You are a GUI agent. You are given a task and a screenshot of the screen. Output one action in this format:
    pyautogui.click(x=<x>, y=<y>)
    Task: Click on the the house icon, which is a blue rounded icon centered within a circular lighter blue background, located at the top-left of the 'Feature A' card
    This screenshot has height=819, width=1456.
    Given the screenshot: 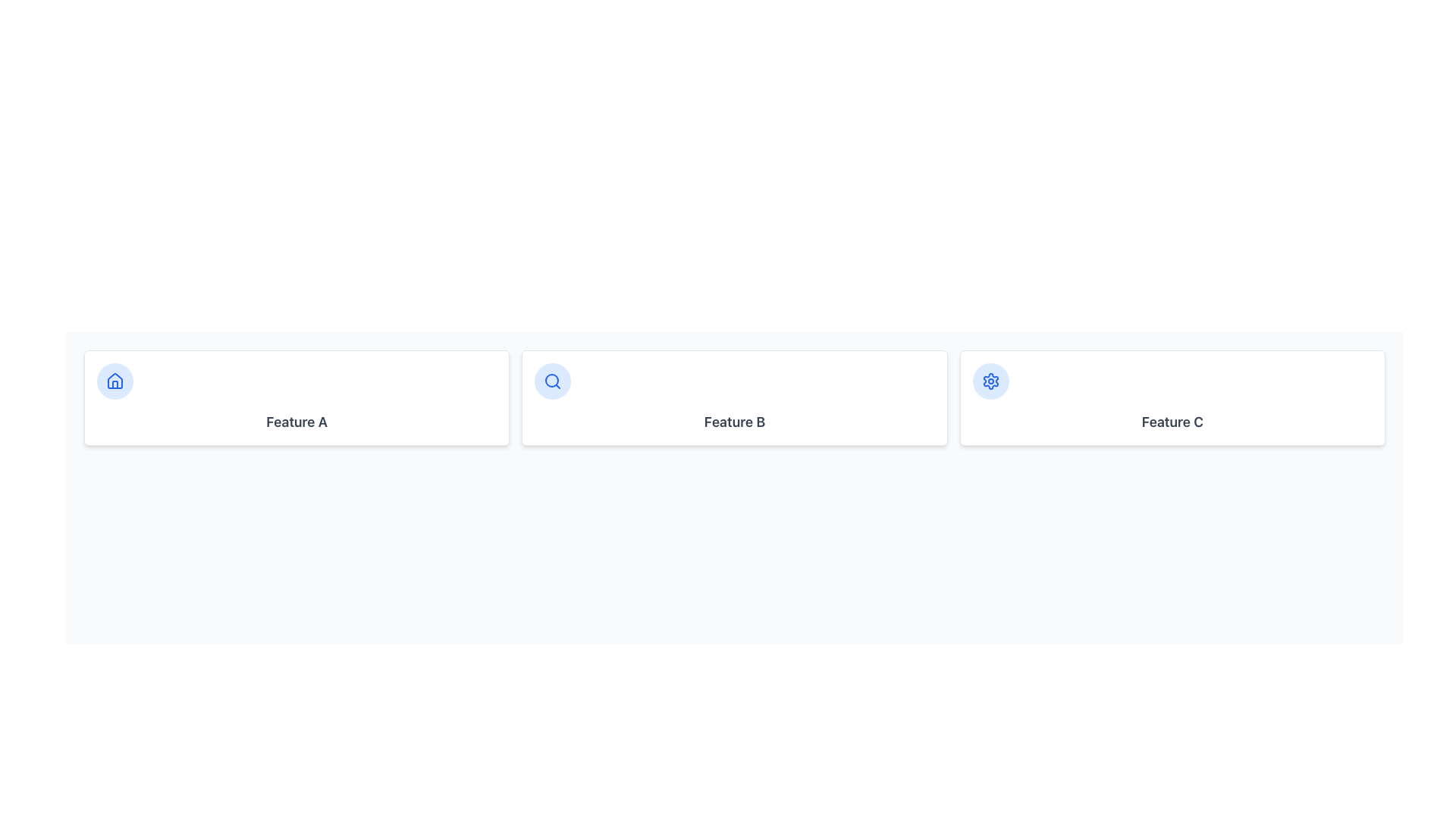 What is the action you would take?
    pyautogui.click(x=115, y=380)
    